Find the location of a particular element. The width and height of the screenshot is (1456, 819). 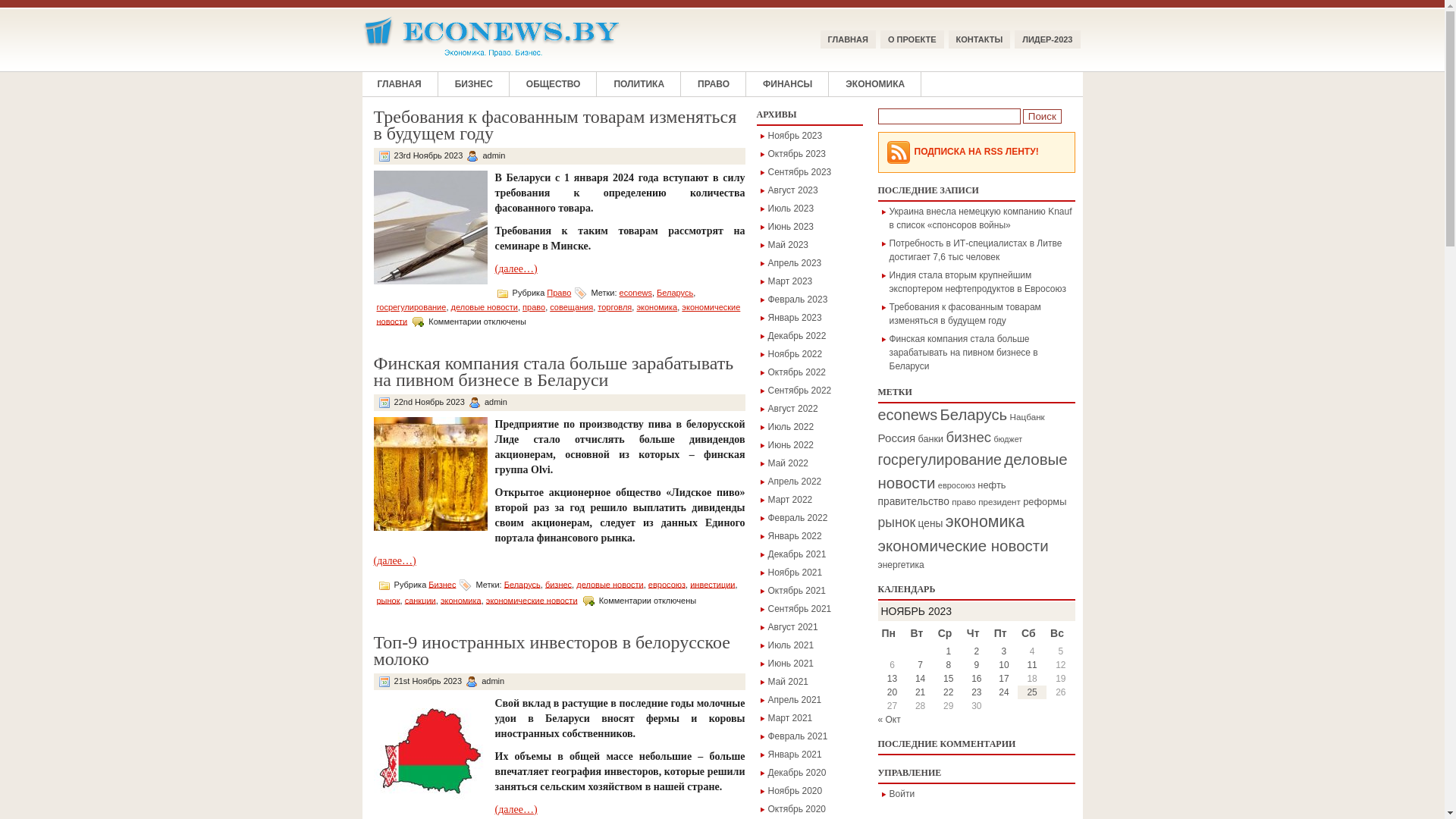

'8' is located at coordinates (947, 664).